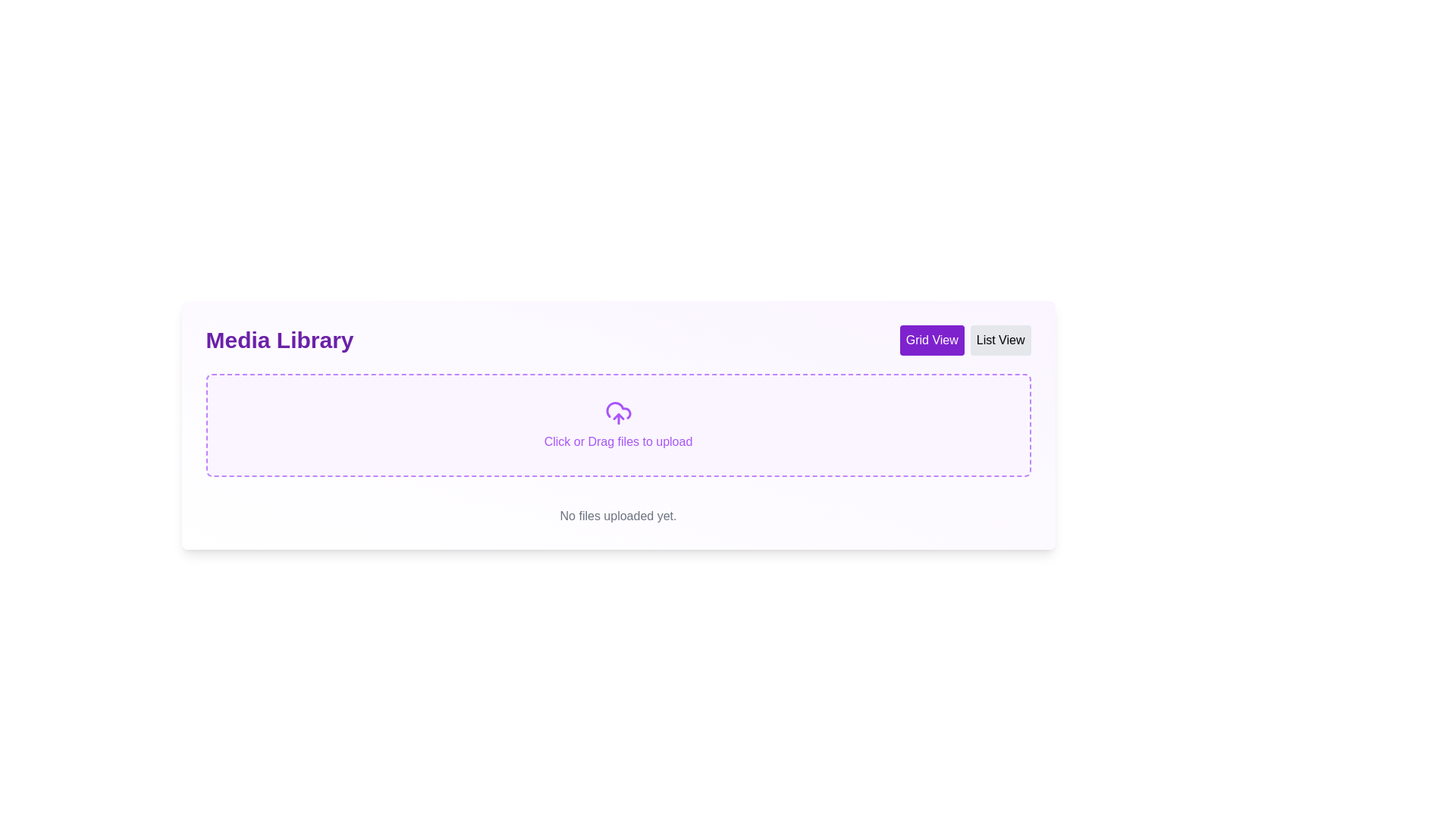  Describe the element at coordinates (280, 339) in the screenshot. I see `text from the Text Label at the top-left corner of the media library interface, which serves as a heading for the section` at that location.